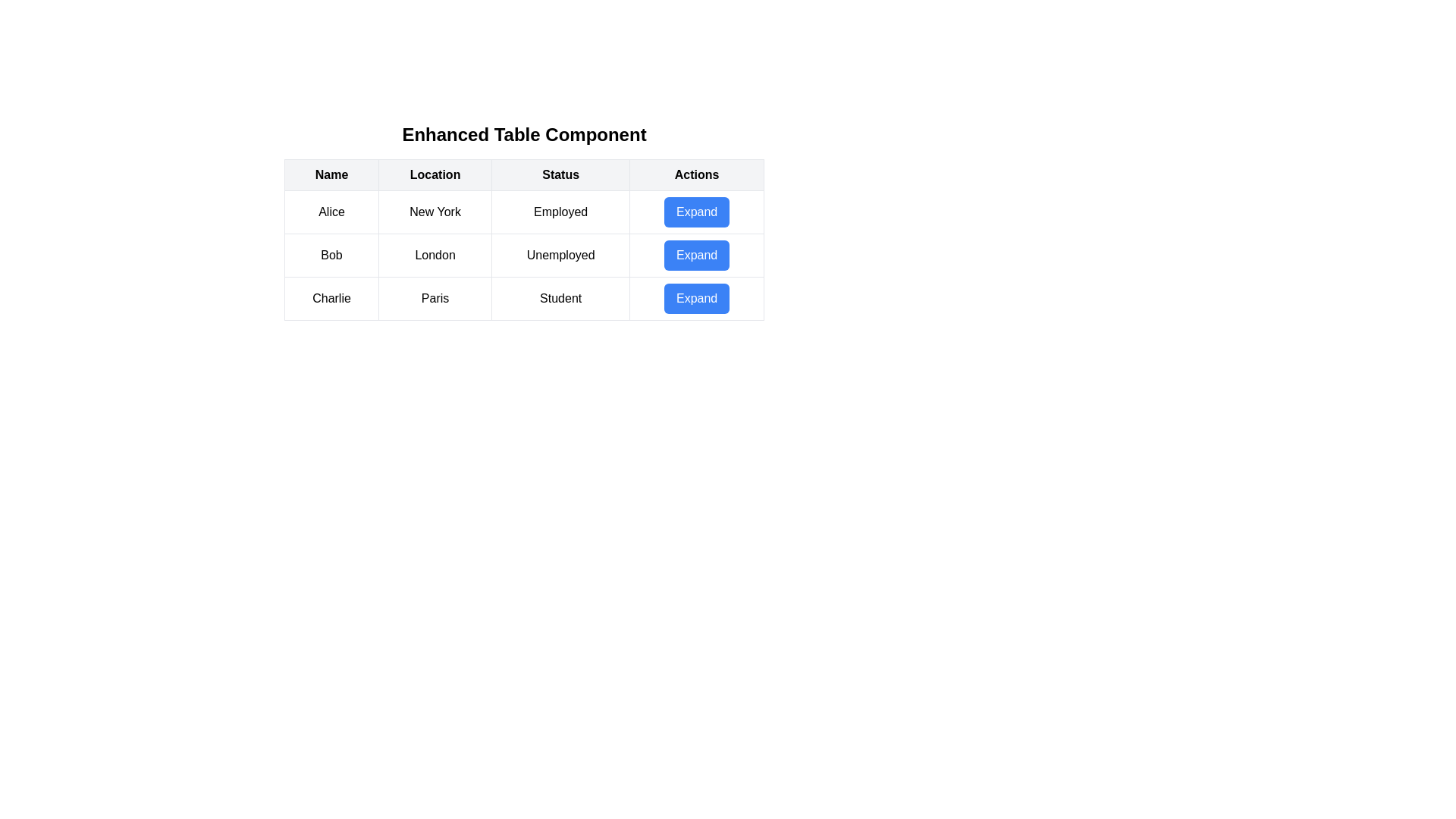  Describe the element at coordinates (696, 298) in the screenshot. I see `the third button in the rightmost column labeled 'Actions'` at that location.